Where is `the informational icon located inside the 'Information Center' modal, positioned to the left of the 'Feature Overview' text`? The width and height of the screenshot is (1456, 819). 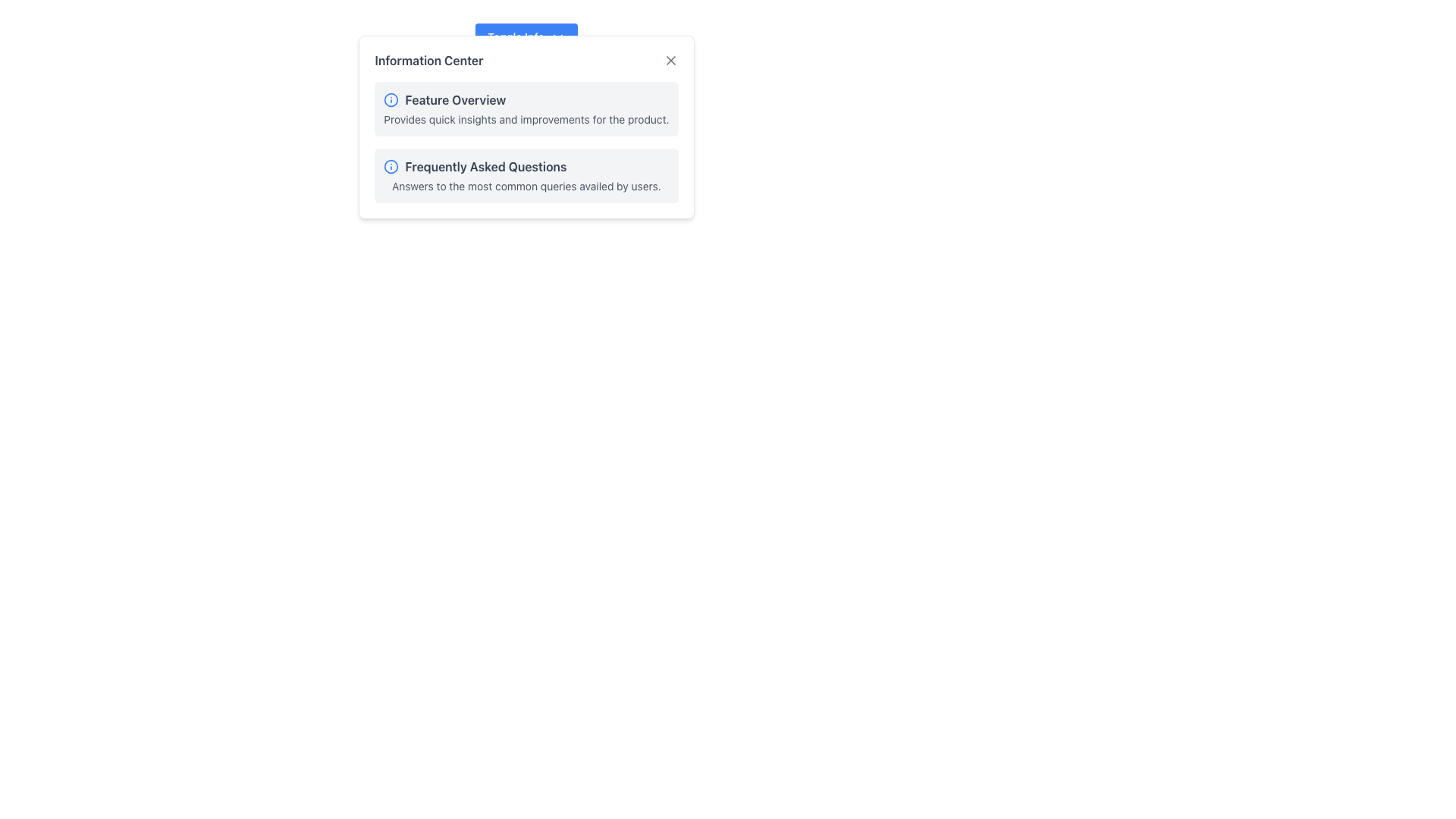 the informational icon located inside the 'Information Center' modal, positioned to the left of the 'Feature Overview' text is located at coordinates (391, 99).